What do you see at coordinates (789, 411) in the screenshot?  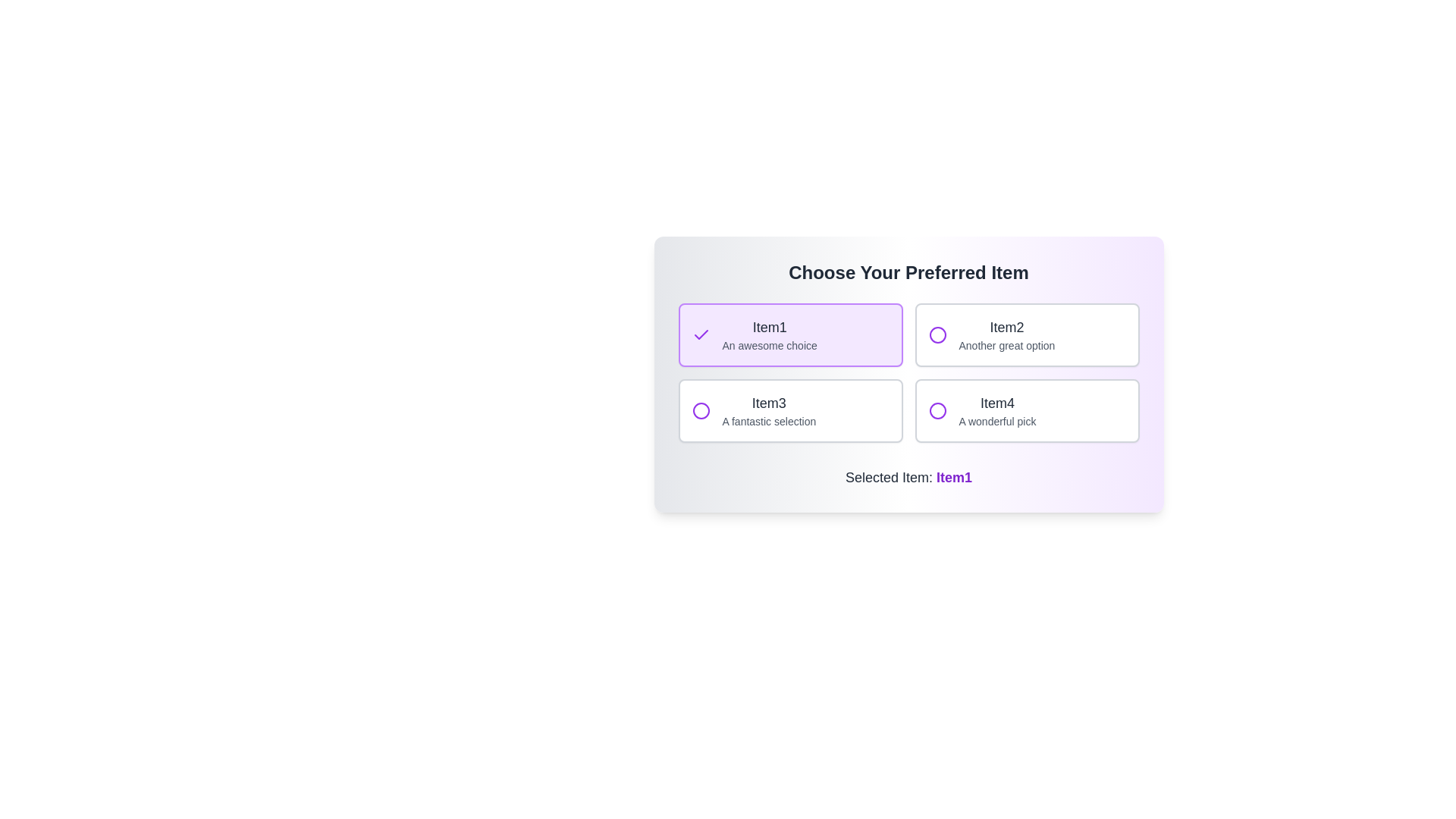 I see `the radio button located in the second column of the second row` at bounding box center [789, 411].